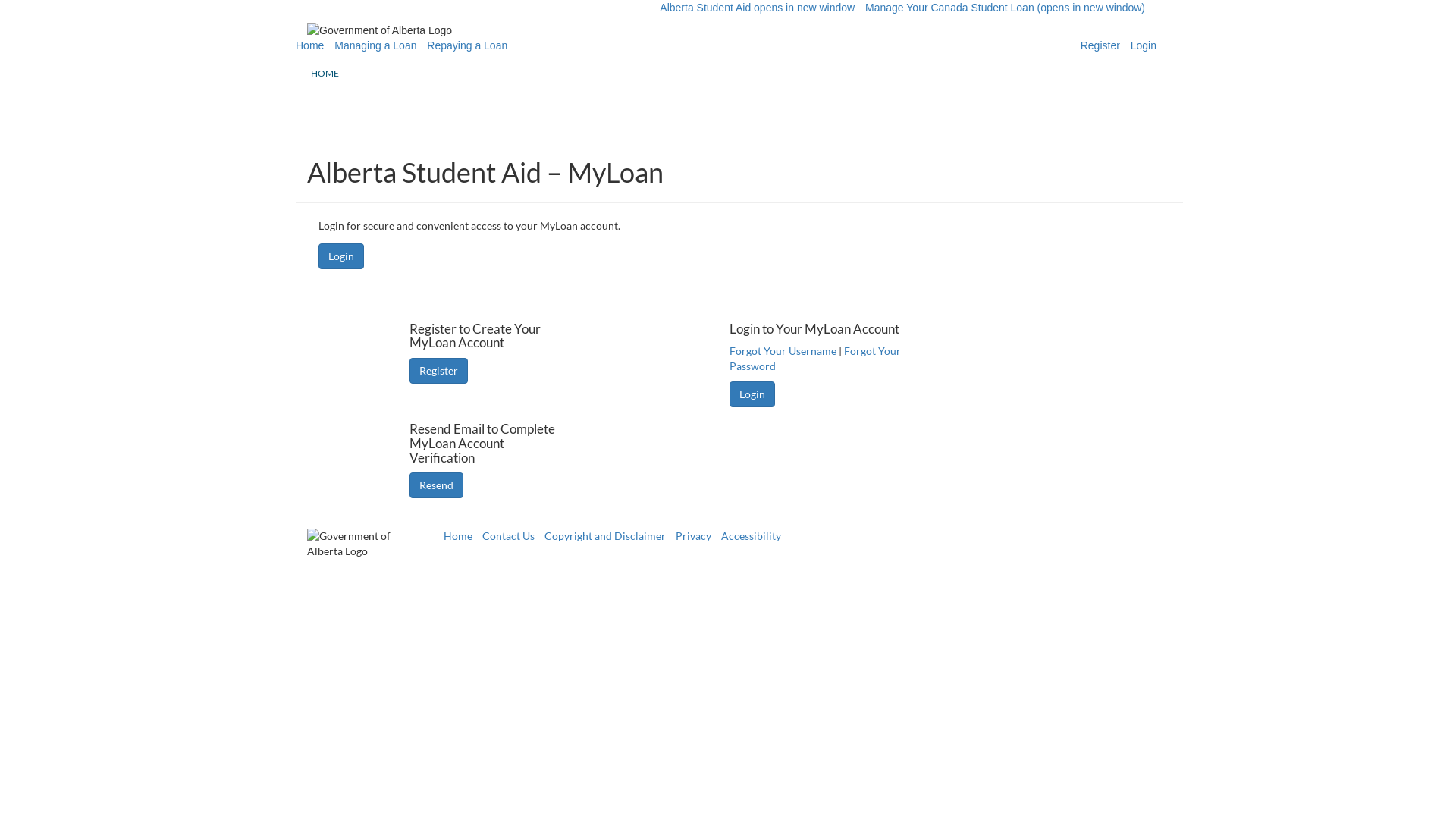  What do you see at coordinates (692, 535) in the screenshot?
I see `'Privacy'` at bounding box center [692, 535].